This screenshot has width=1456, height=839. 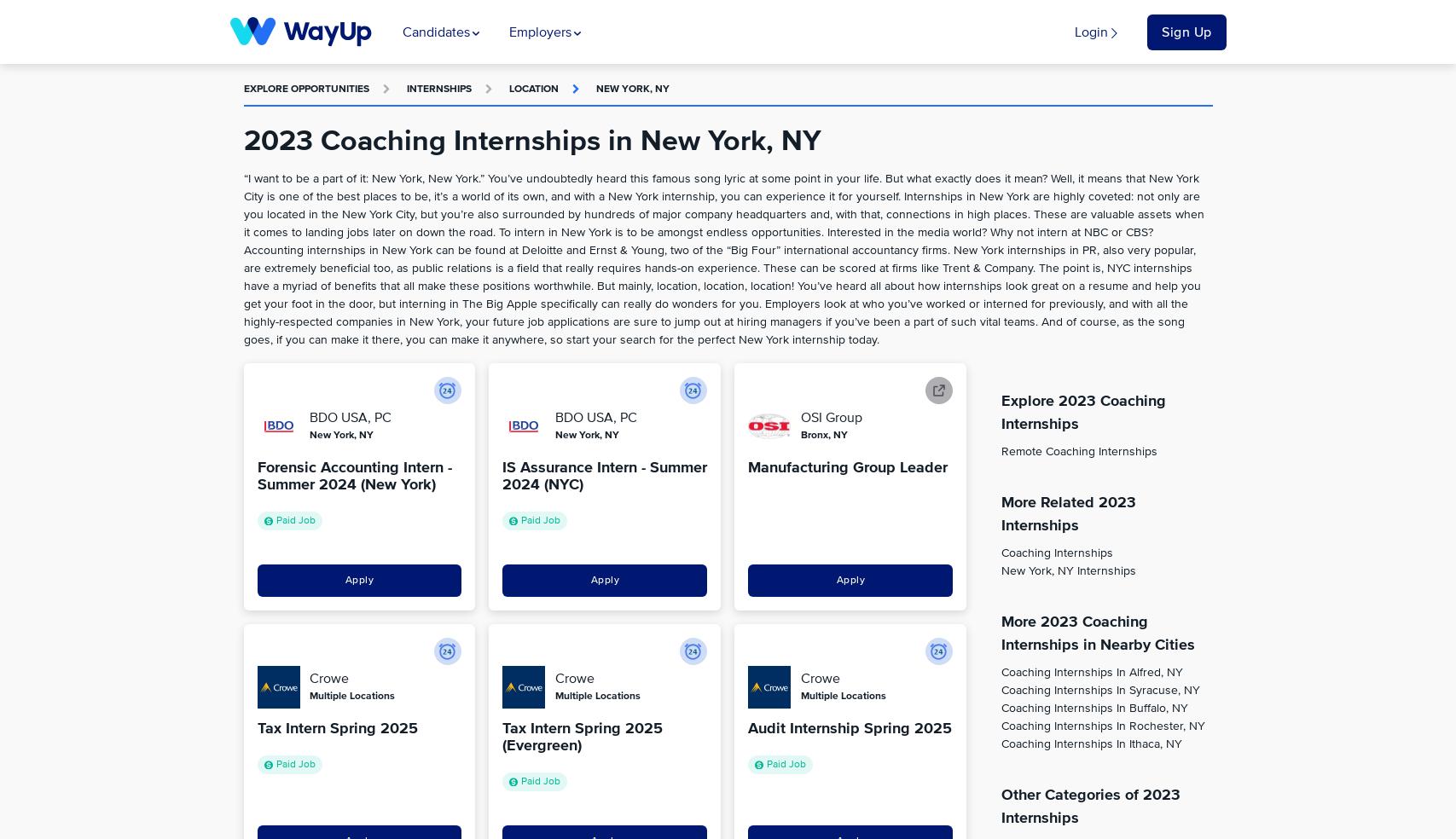 What do you see at coordinates (604, 475) in the screenshot?
I see `'IS Assurance Intern - Summer 2024 (NYC)'` at bounding box center [604, 475].